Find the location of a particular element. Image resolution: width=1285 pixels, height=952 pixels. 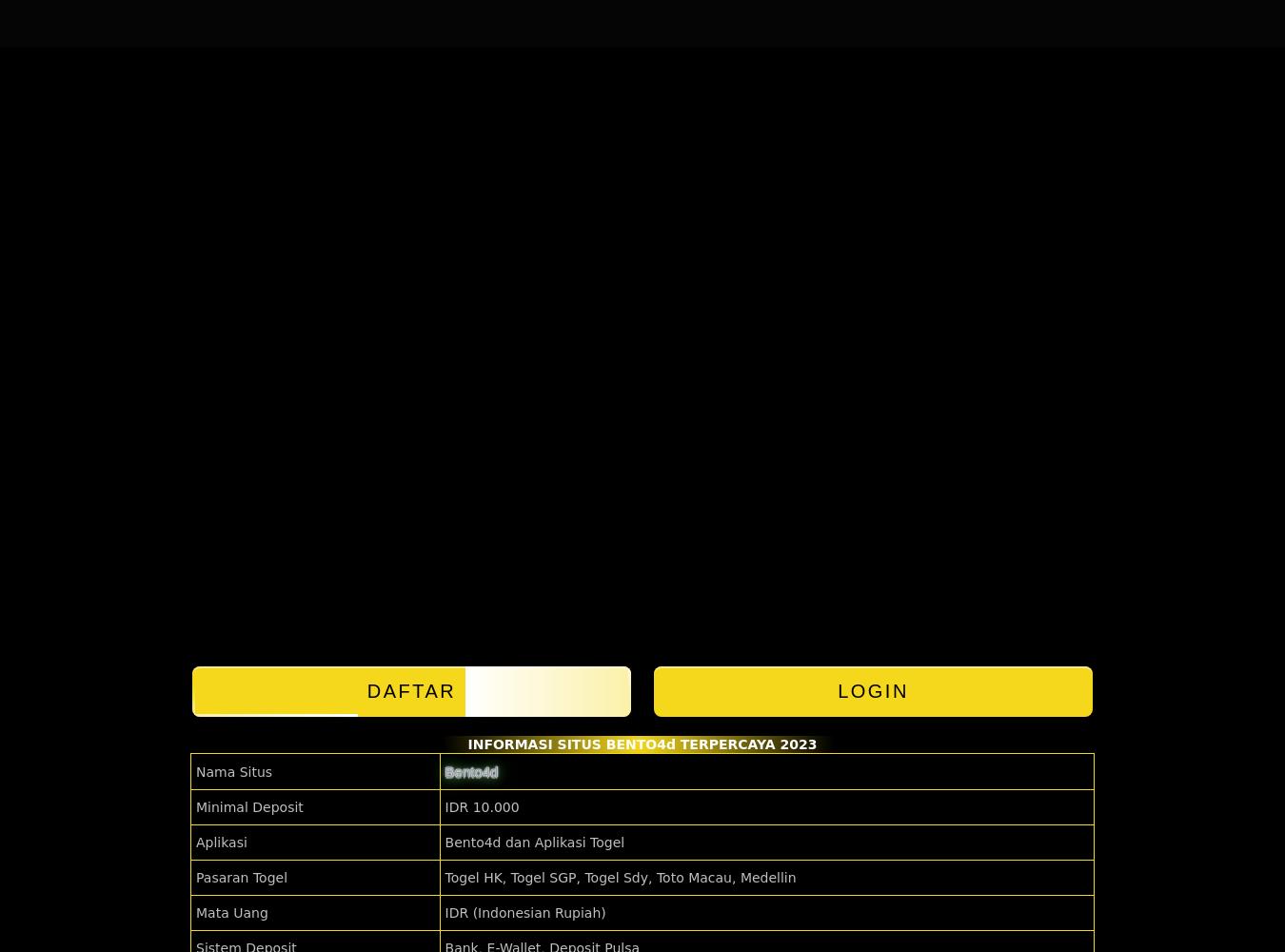

'Togel HK, Togel SGP, Togel Sdy, Toto Macau, Medellin' is located at coordinates (620, 878).